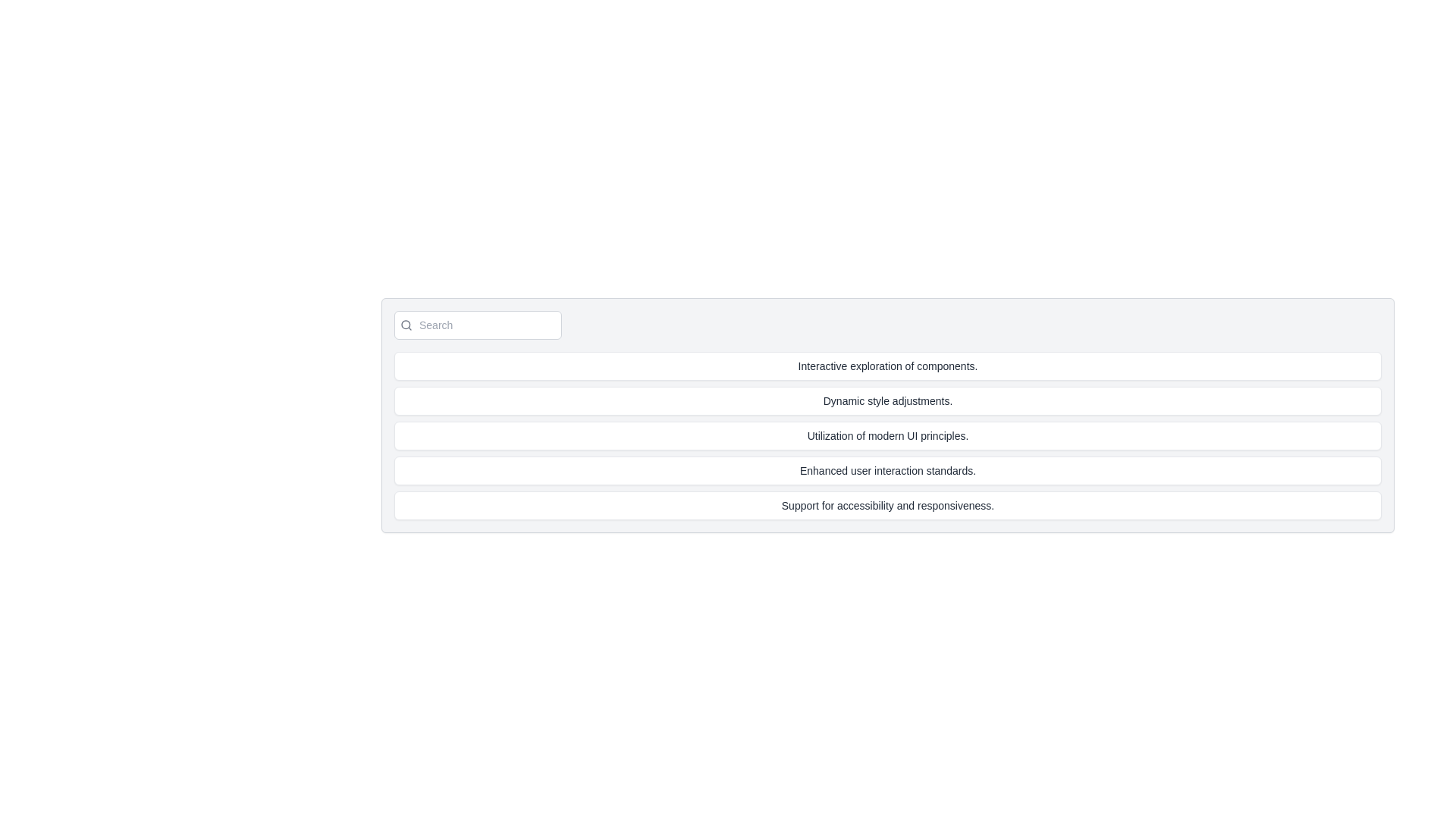 Image resolution: width=1456 pixels, height=819 pixels. What do you see at coordinates (956, 366) in the screenshot?
I see `the lowercase letter 'e' in the word 'components' which is displayed in grey against a white background, part of the sentence 'Interactive exploration of components.'` at bounding box center [956, 366].